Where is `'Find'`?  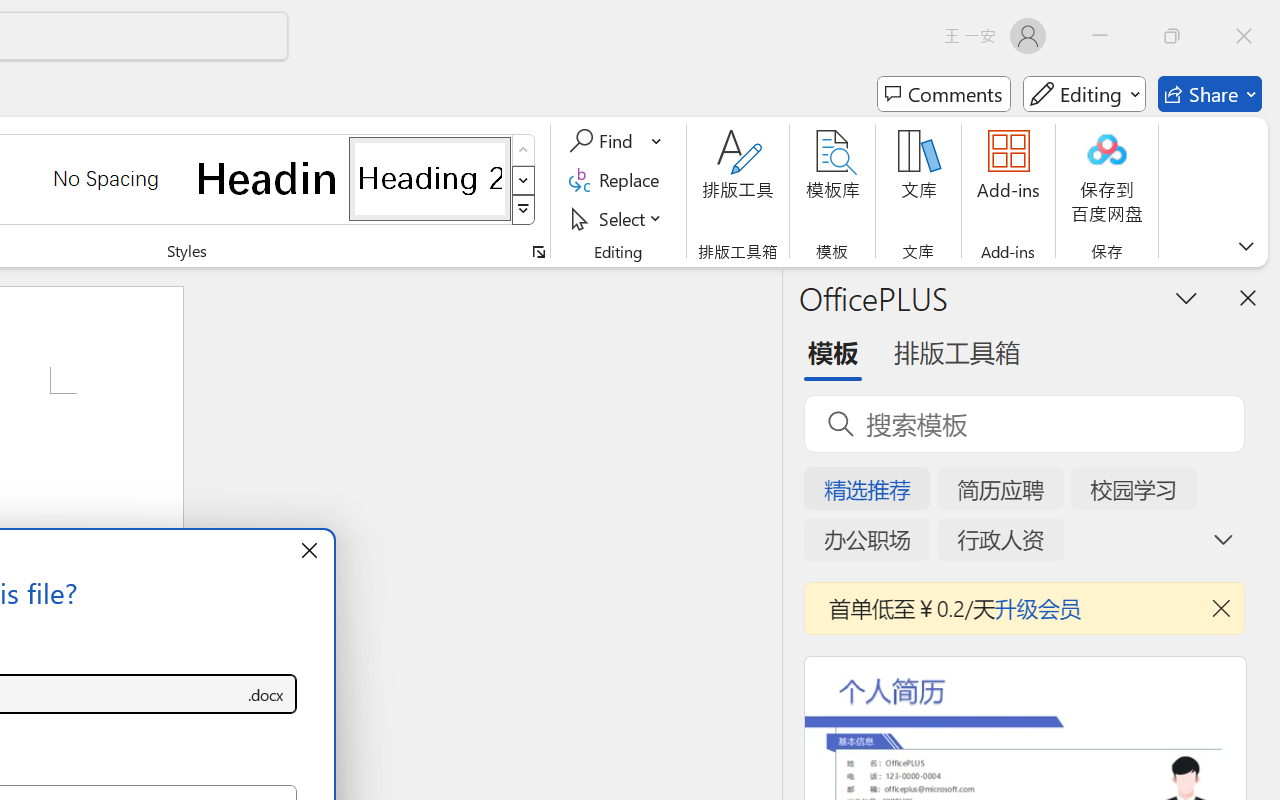 'Find' is located at coordinates (603, 141).